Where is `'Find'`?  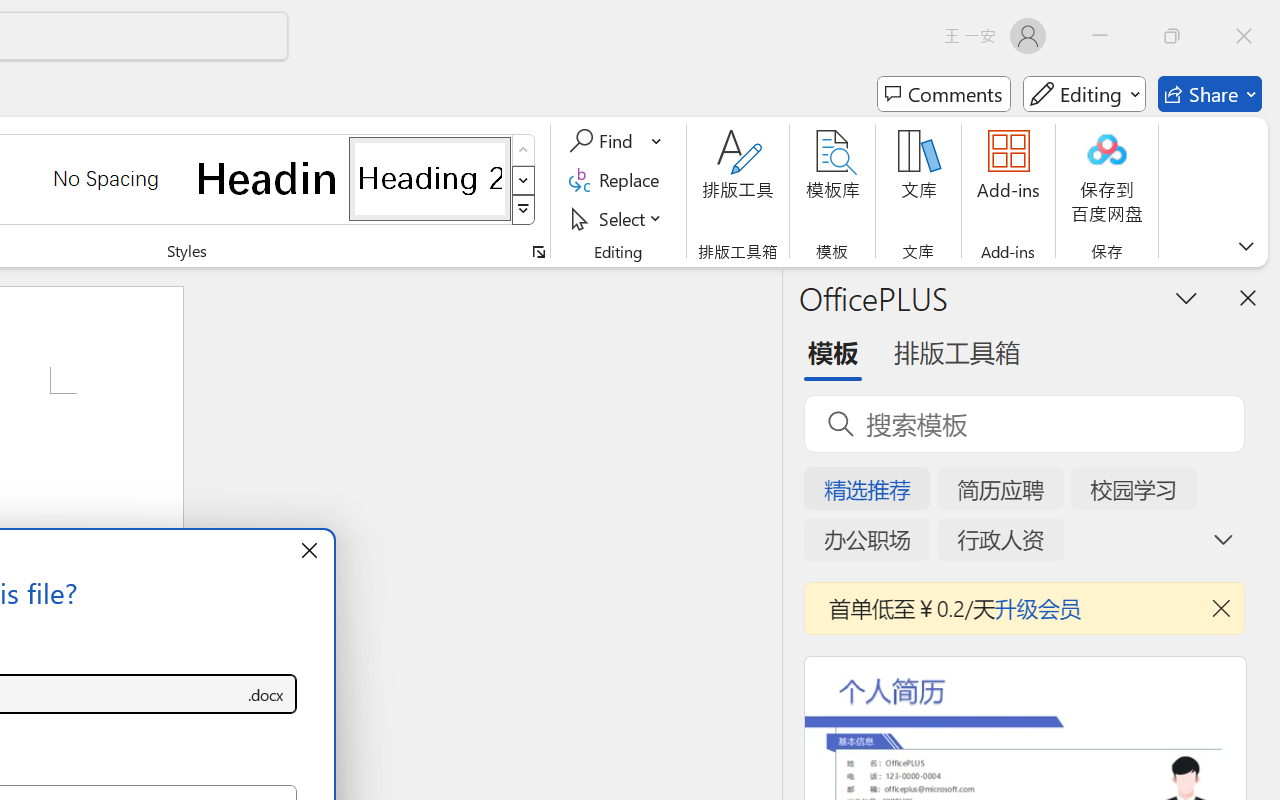 'Find' is located at coordinates (603, 141).